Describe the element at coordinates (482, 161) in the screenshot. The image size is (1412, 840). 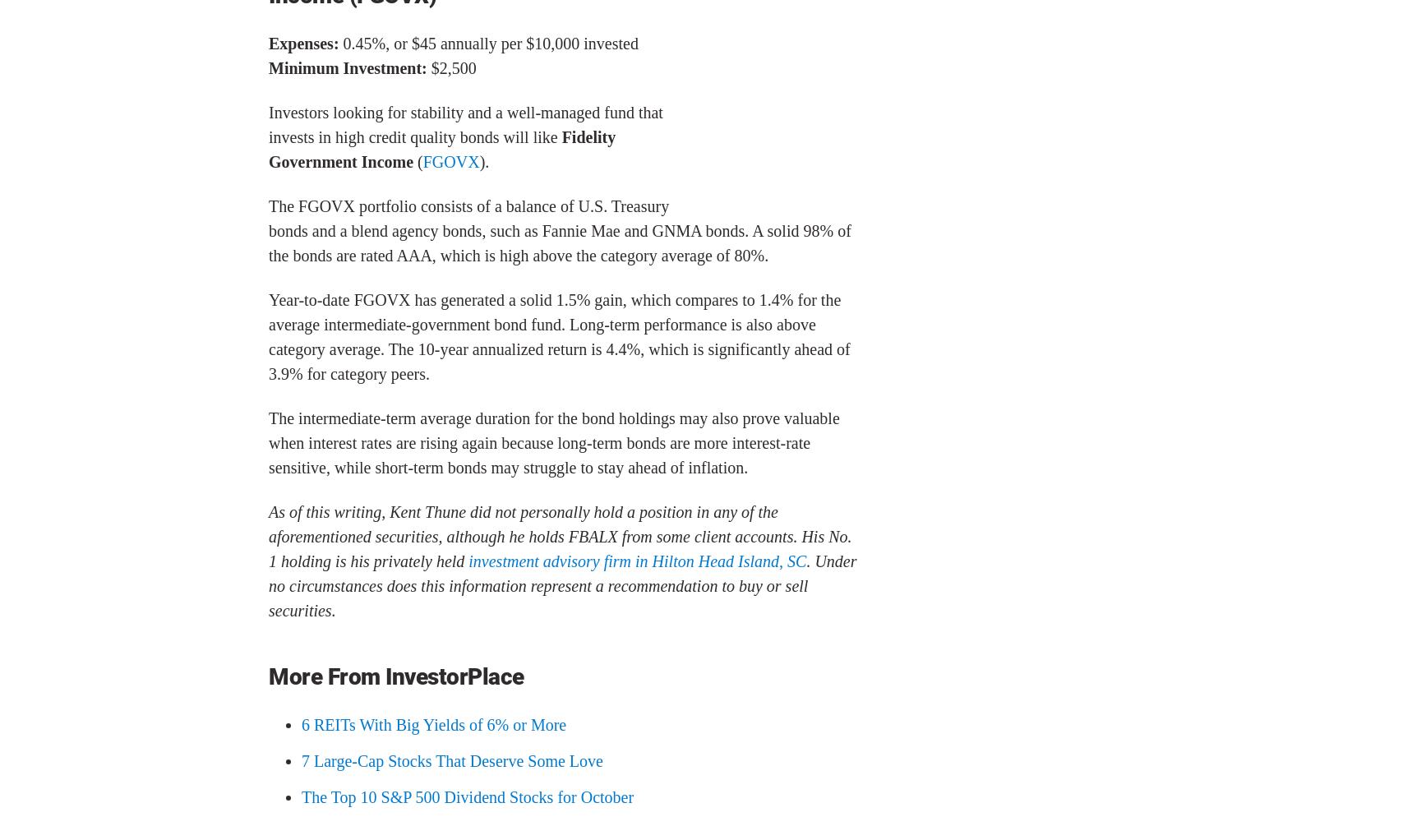
I see `').'` at that location.